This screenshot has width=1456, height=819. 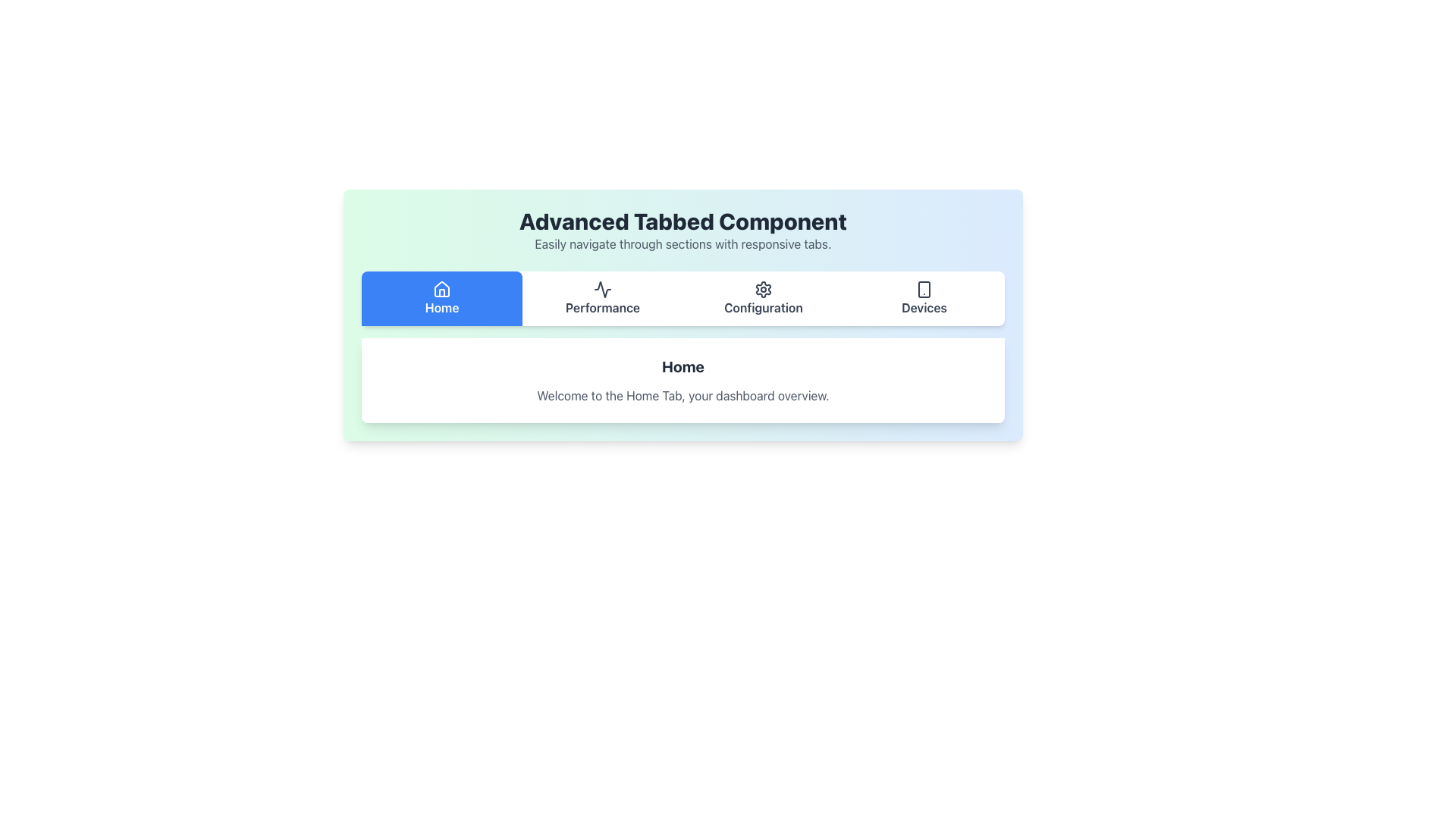 What do you see at coordinates (924, 298) in the screenshot?
I see `the 'Devices' navigation menu item located at the rightmost end of the header navigation bar` at bounding box center [924, 298].